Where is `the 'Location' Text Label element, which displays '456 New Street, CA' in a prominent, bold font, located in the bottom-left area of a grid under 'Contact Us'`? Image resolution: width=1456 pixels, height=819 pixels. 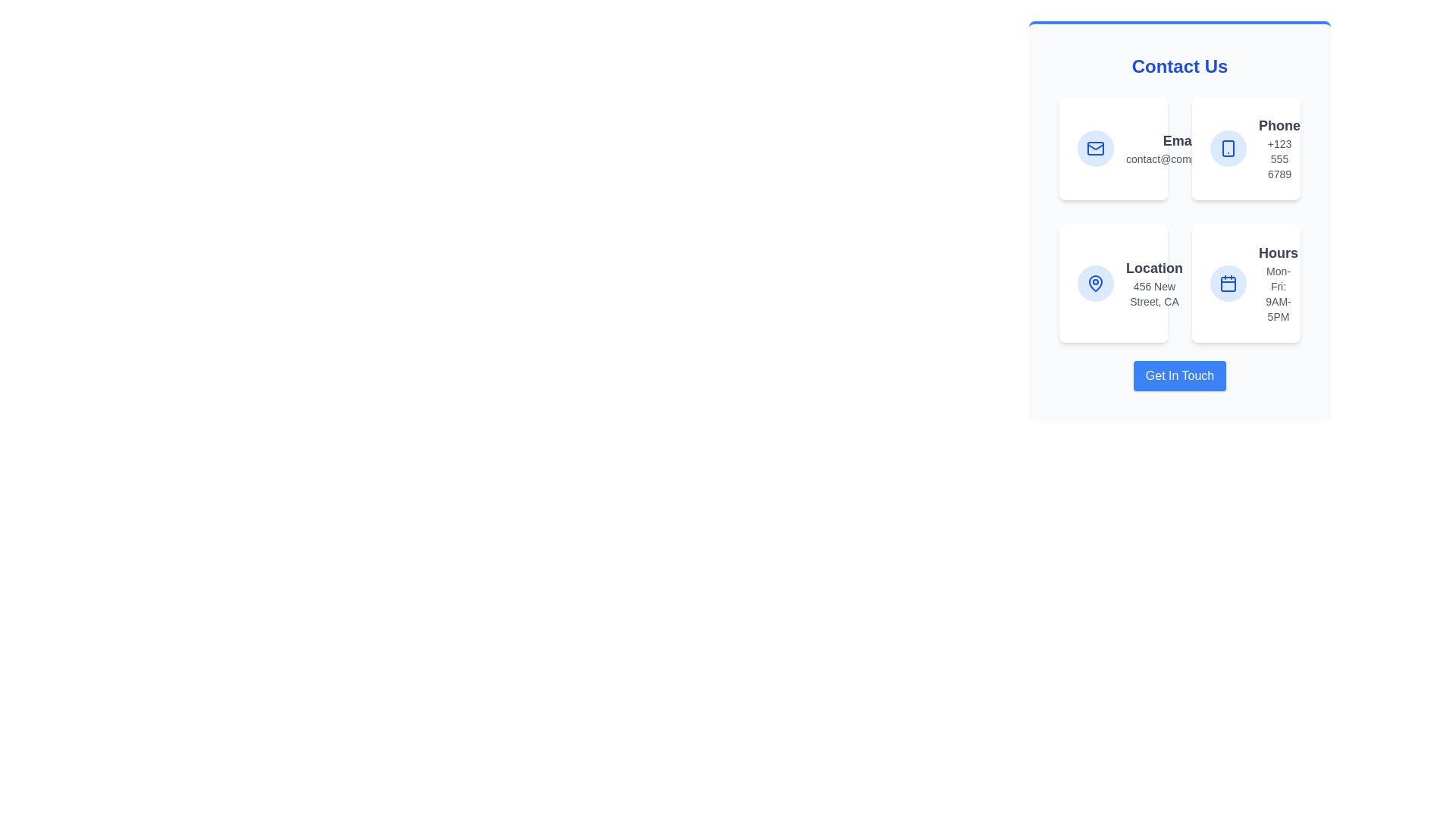 the 'Location' Text Label element, which displays '456 New Street, CA' in a prominent, bold font, located in the bottom-left area of a grid under 'Contact Us' is located at coordinates (1153, 284).